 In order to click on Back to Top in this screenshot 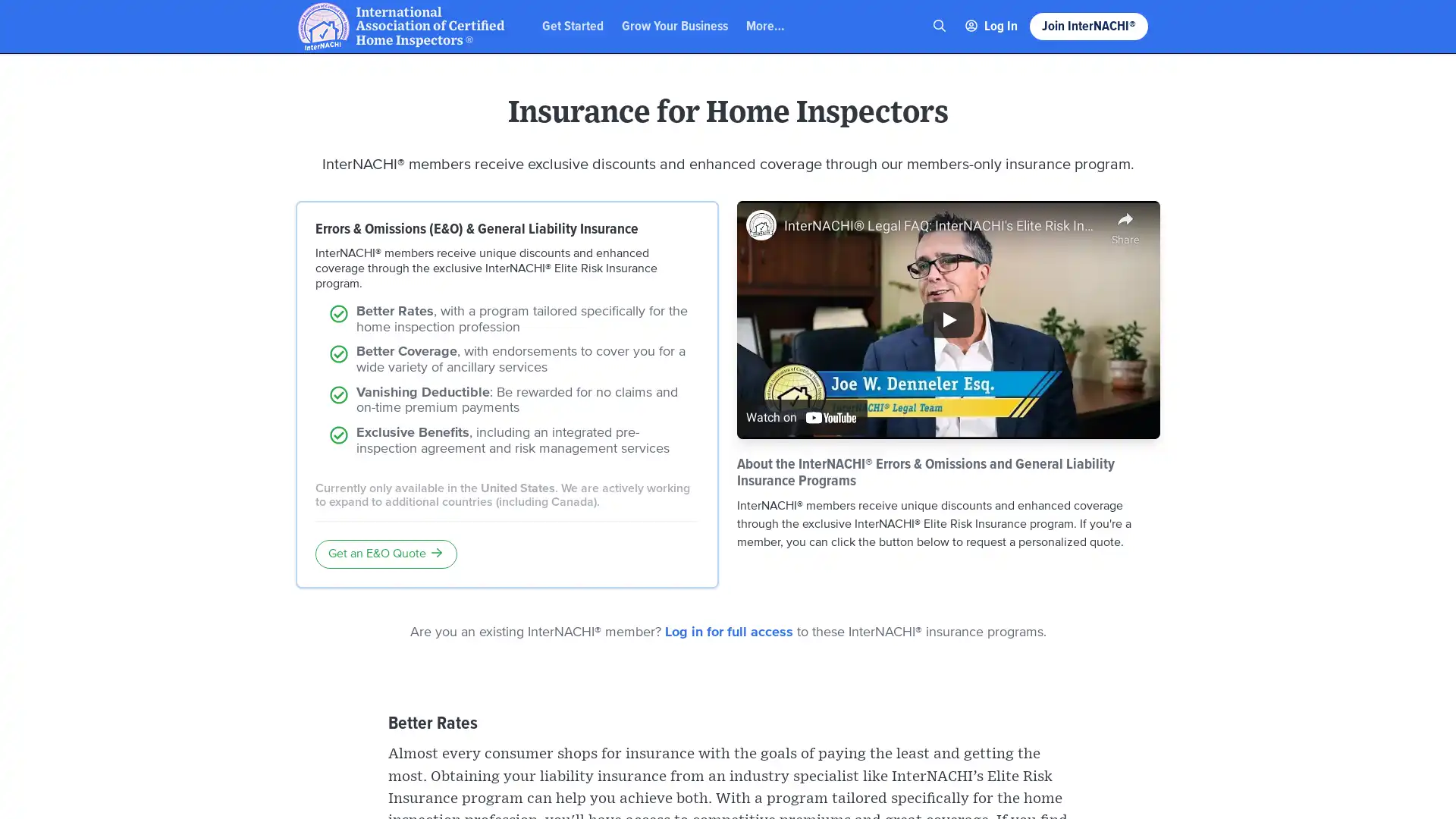, I will do `click(1388, 25)`.